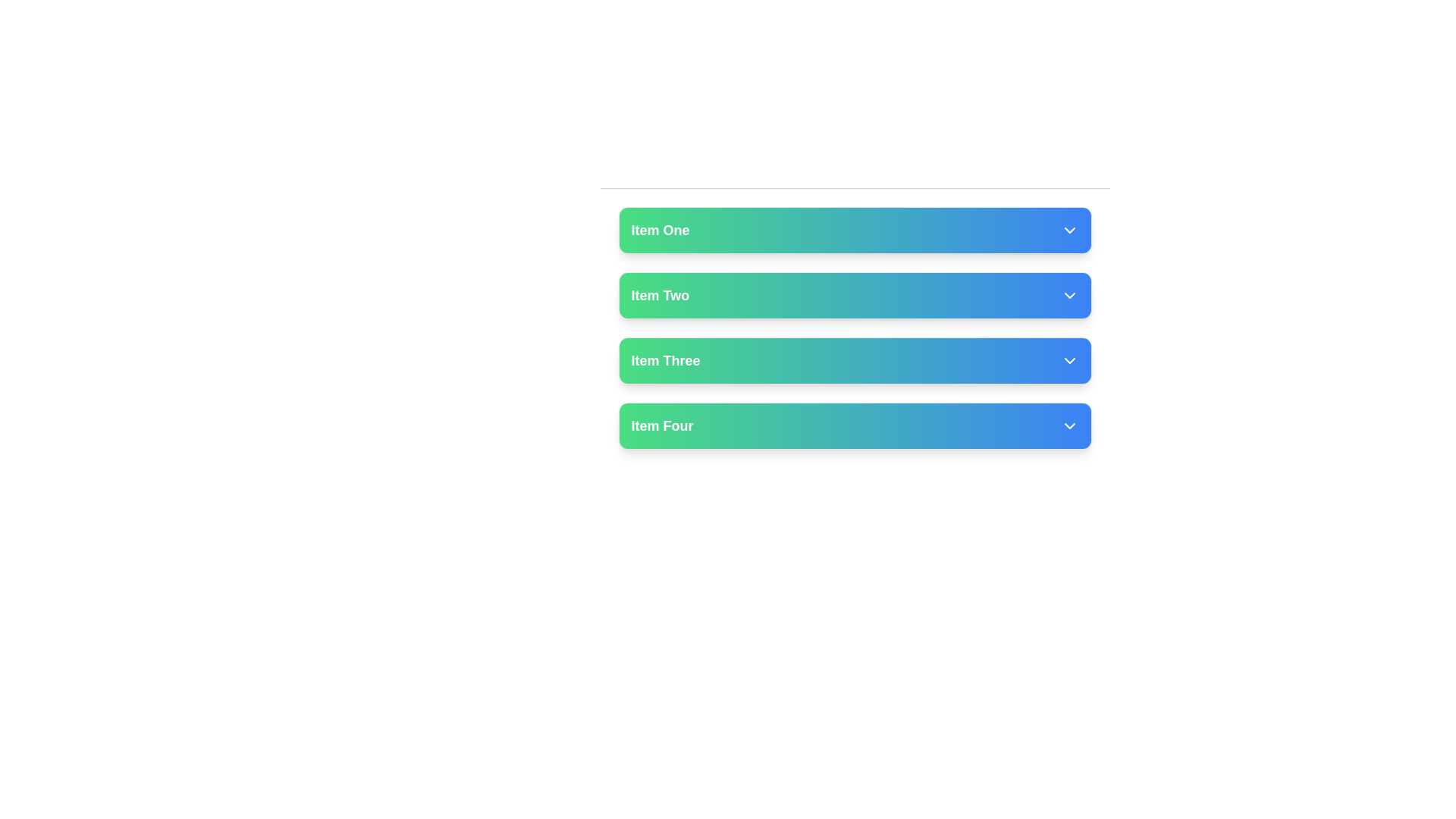 This screenshot has width=1456, height=819. I want to click on the third button in a vertically stacked list of buttons, so click(855, 360).